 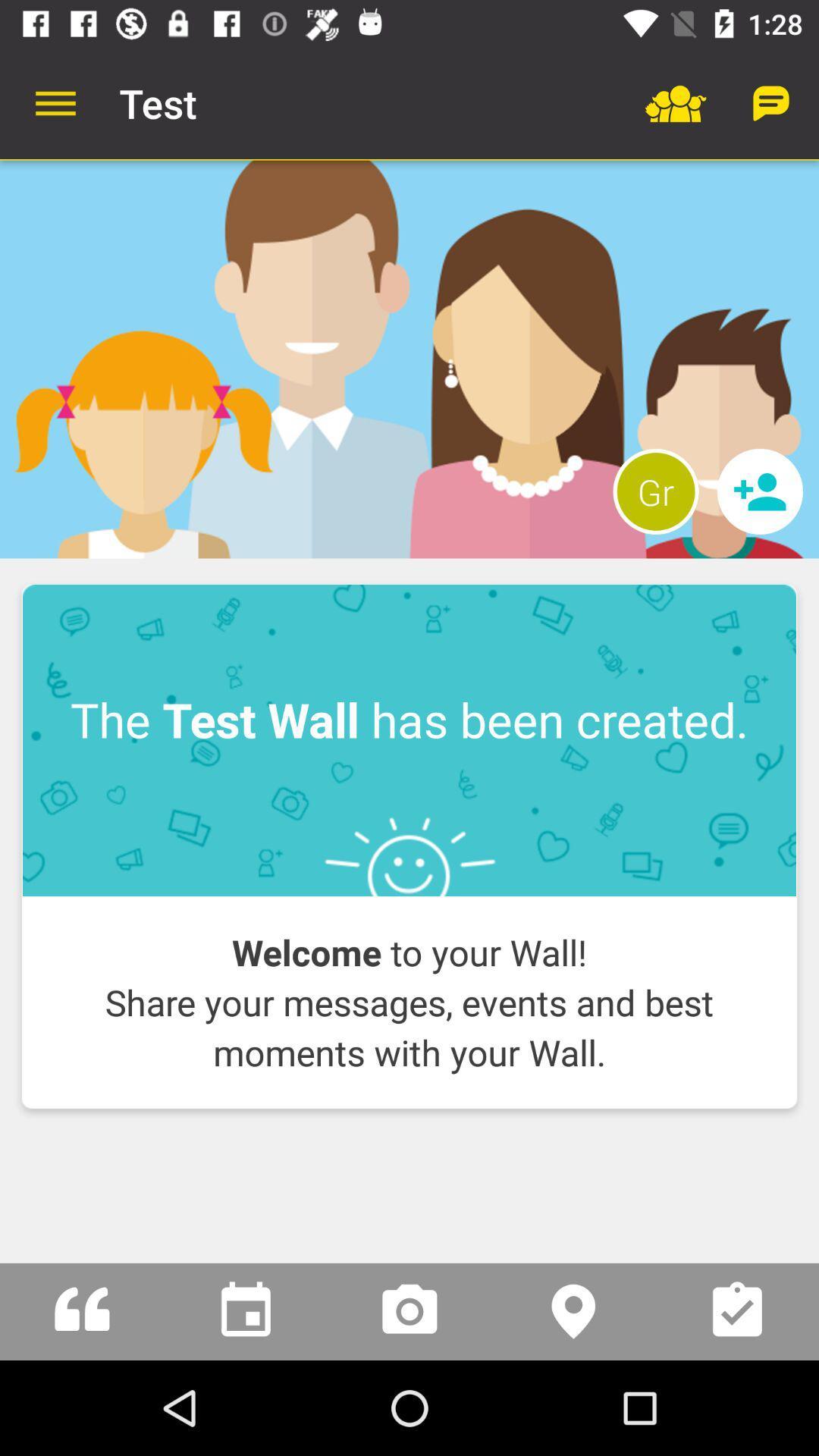 I want to click on the welcome to your item, so click(x=409, y=1002).